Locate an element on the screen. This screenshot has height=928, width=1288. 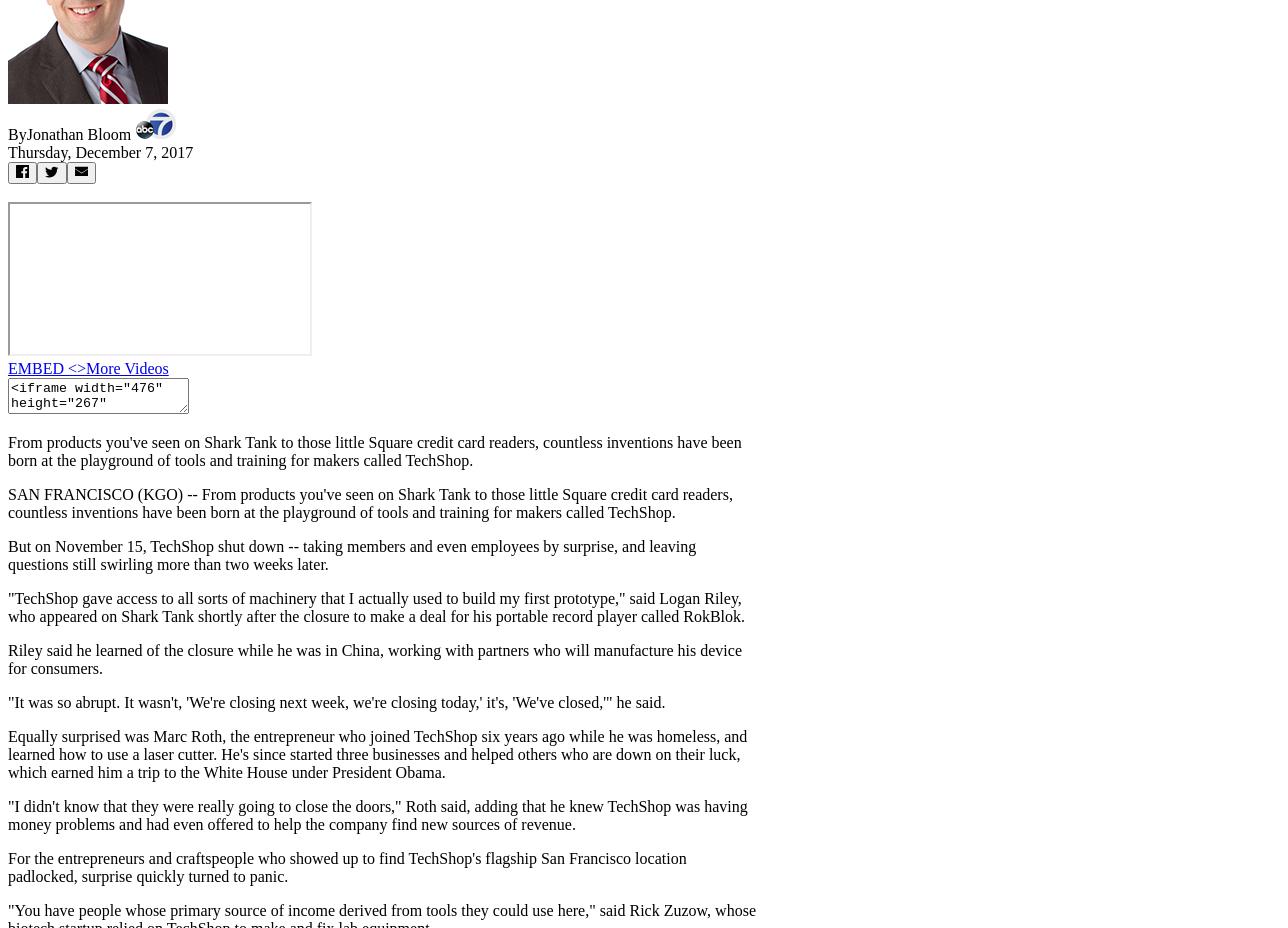
'Thursday, December 7, 2017' is located at coordinates (99, 151).